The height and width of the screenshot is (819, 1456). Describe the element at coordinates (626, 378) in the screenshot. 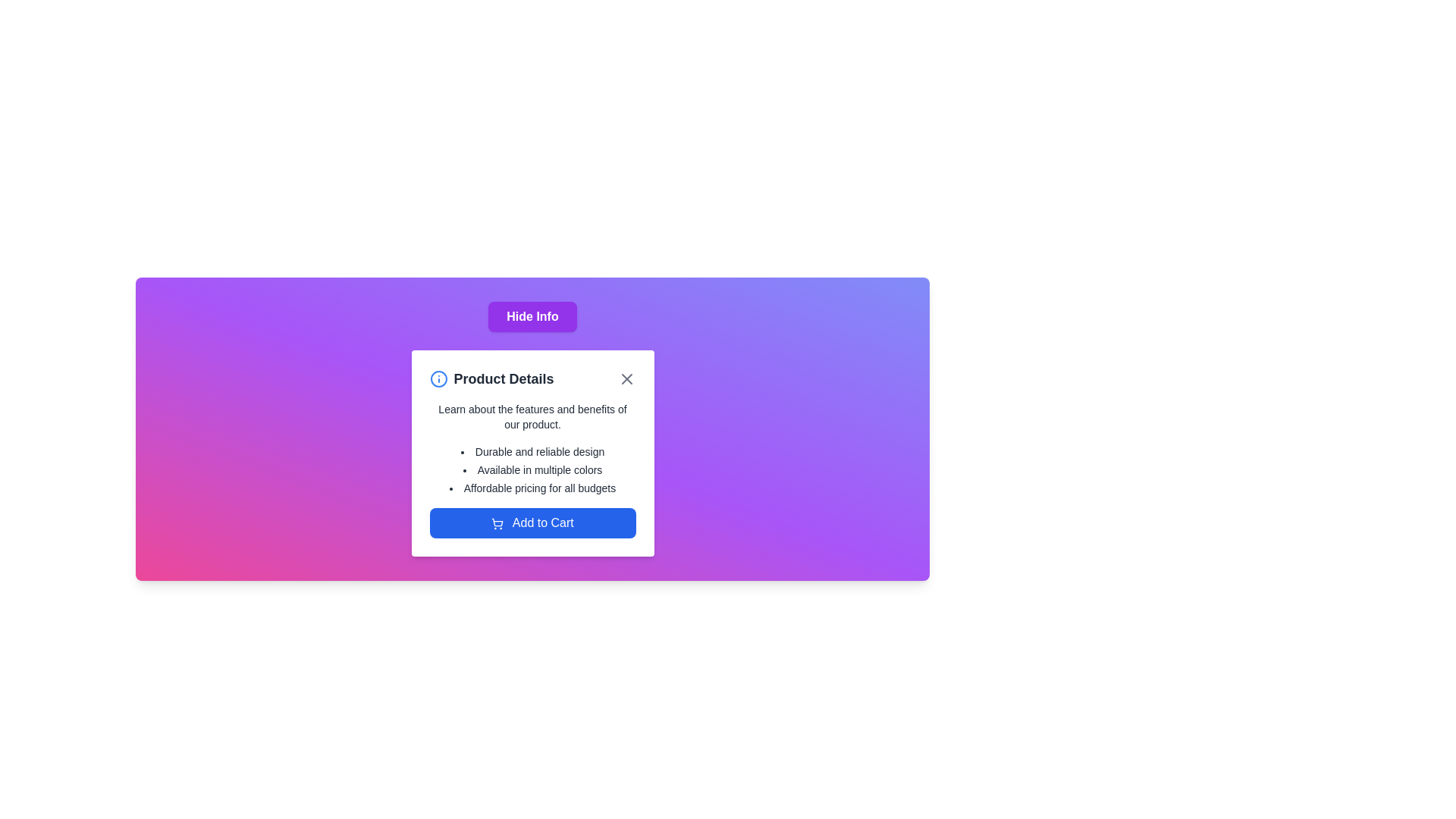

I see `the close button for the 'Product Details' modal to observe a color change` at that location.